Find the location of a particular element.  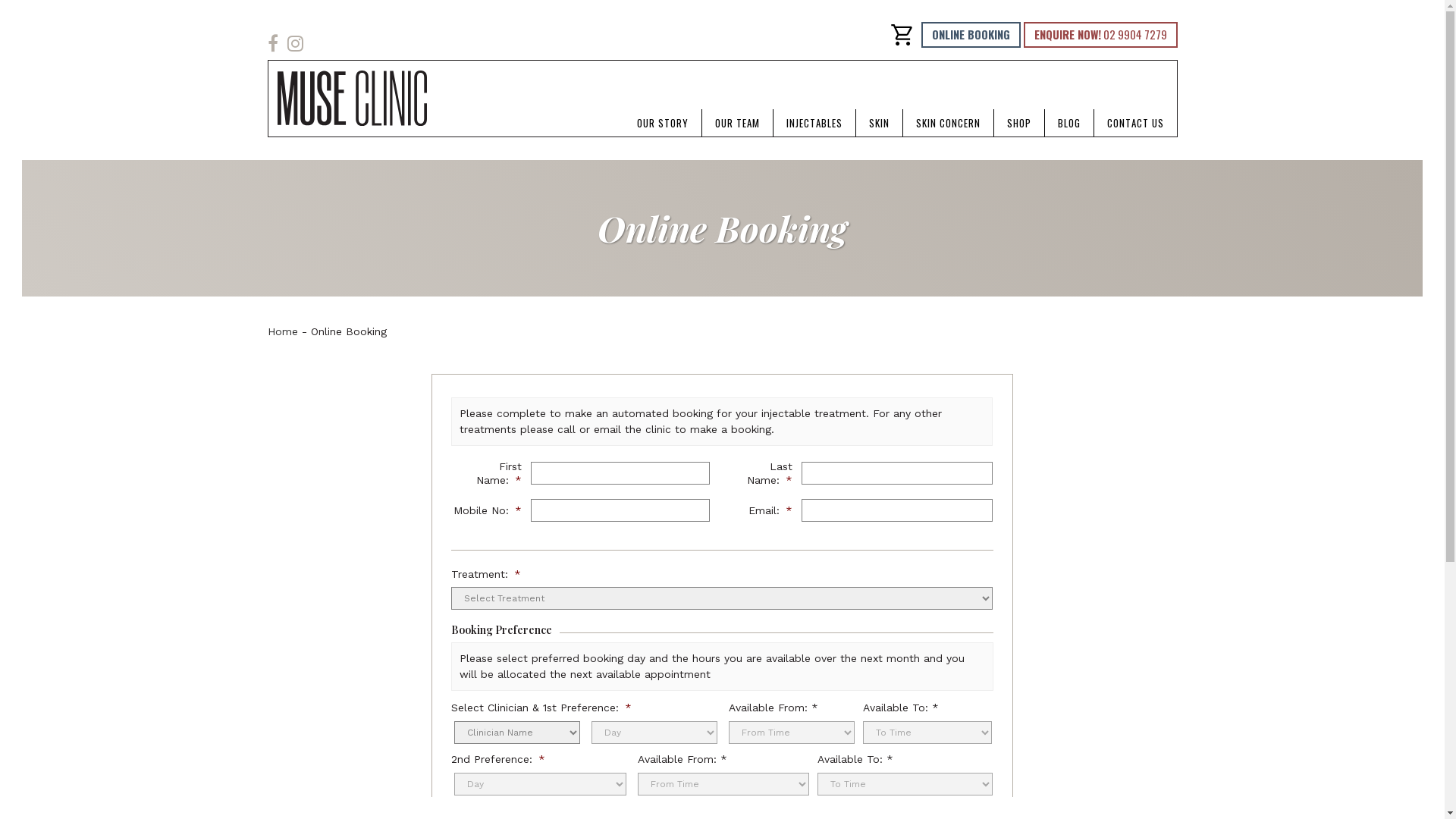

'OUR TEAM' is located at coordinates (737, 122).